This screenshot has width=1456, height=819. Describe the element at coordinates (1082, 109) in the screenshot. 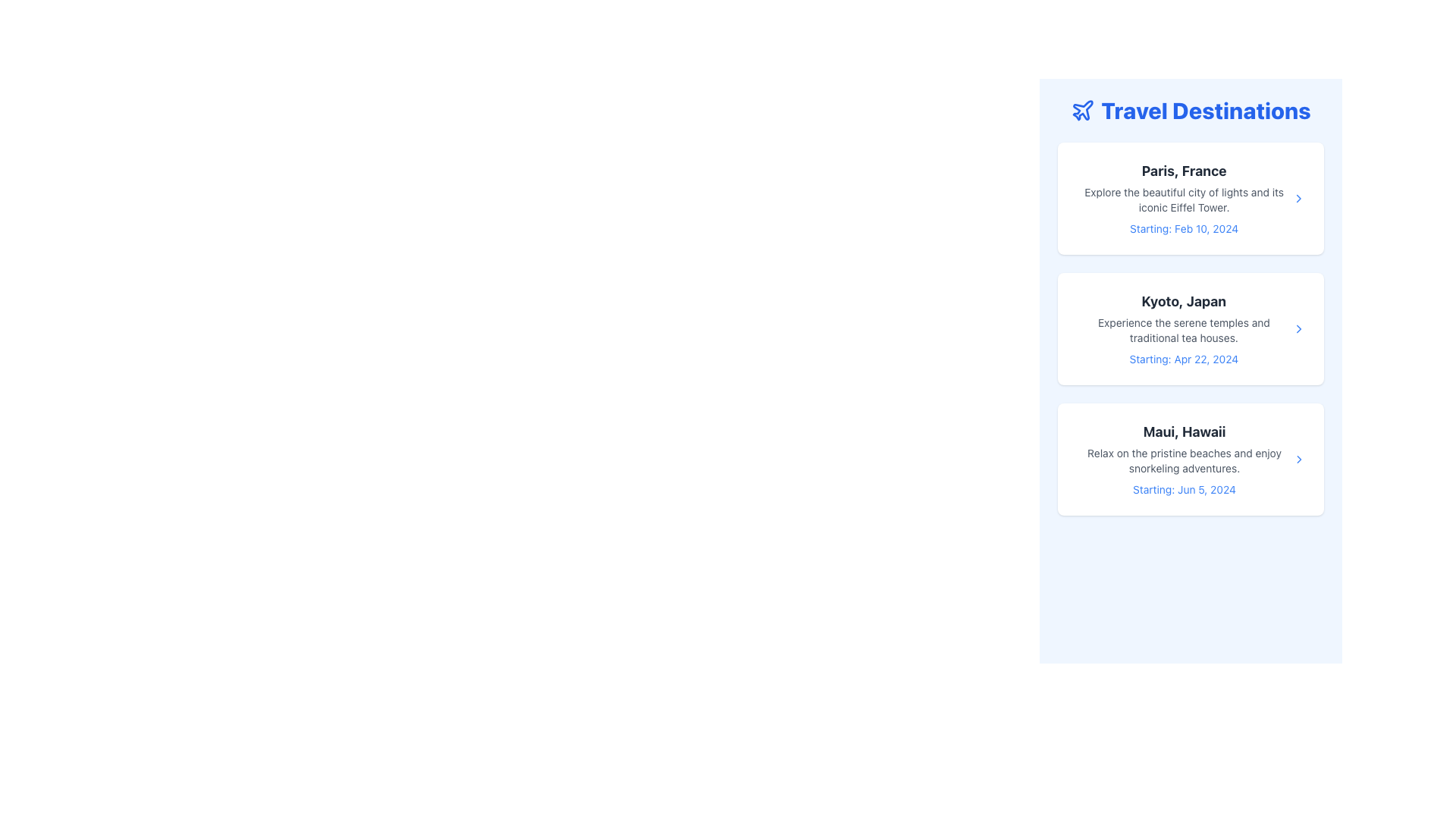

I see `the travel icon located to the left of the 'Travel Destinations' header text in the sidebar` at that location.